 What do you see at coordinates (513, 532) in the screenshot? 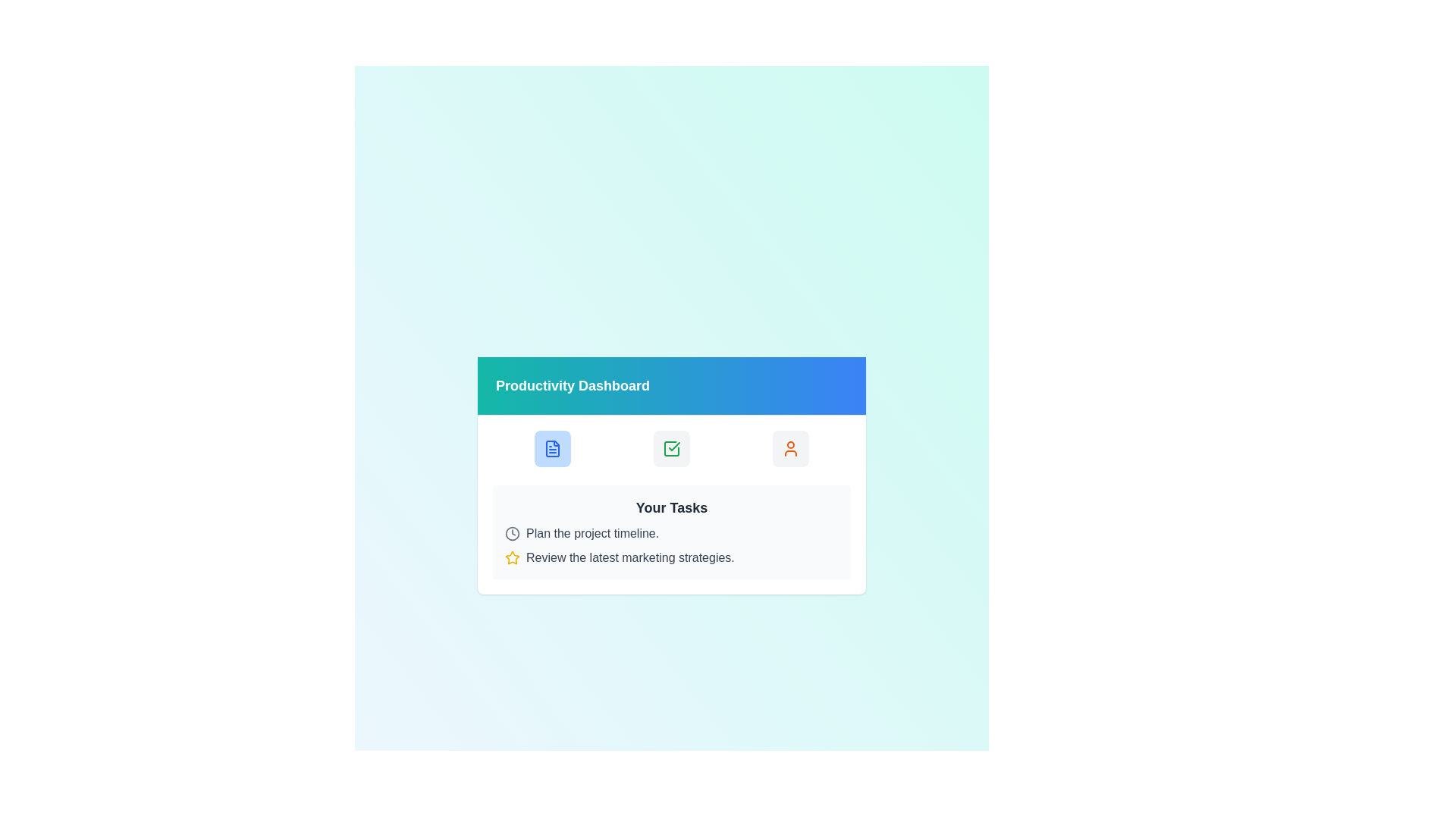
I see `the circular clock icon, which is located to the left of the text 'Plan the project timeline.'` at bounding box center [513, 532].